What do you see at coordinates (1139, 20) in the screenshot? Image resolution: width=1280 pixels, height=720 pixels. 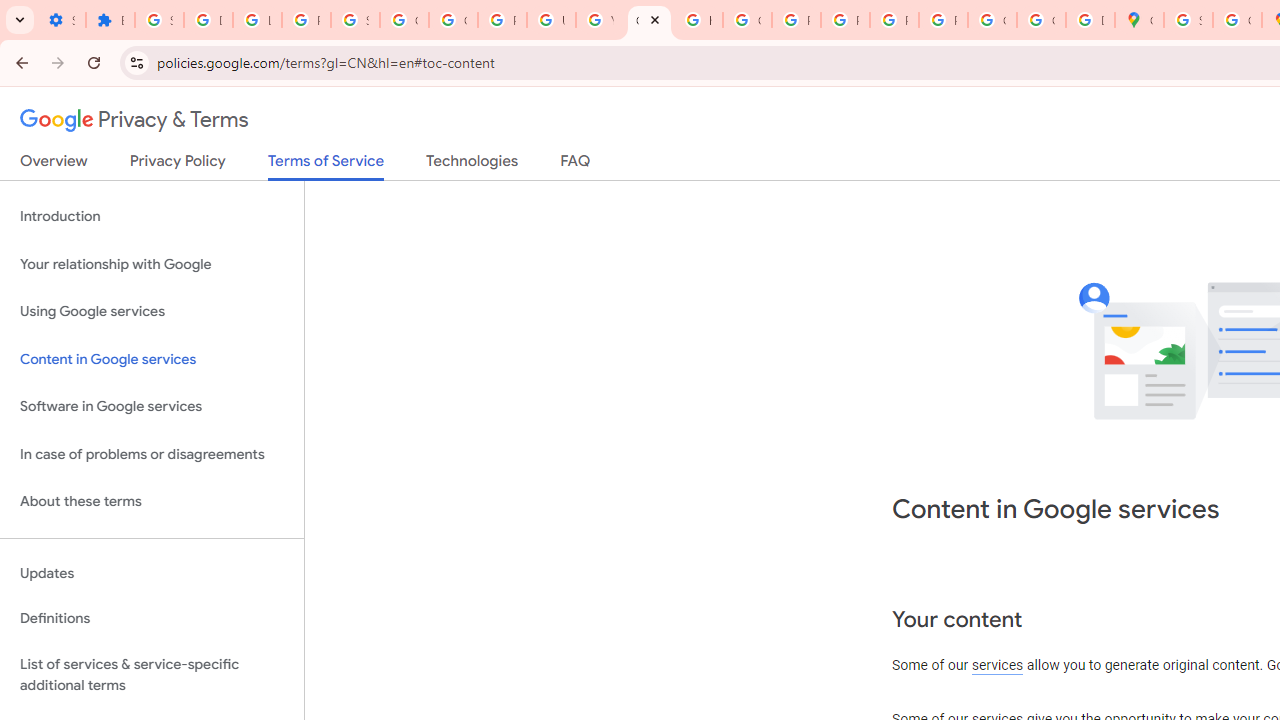 I see `'Google Maps'` at bounding box center [1139, 20].